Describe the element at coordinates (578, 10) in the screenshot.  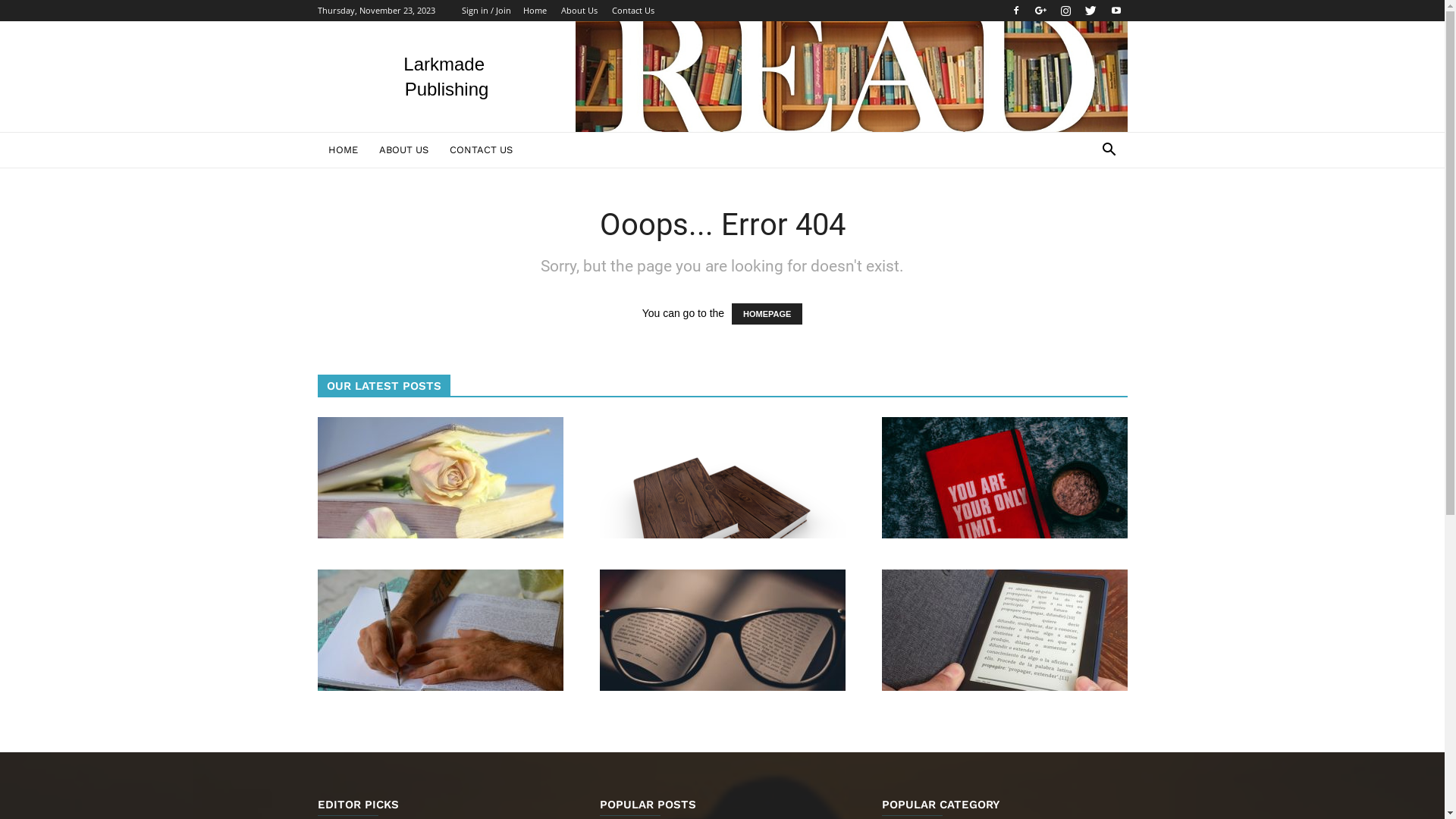
I see `'About Us'` at that location.